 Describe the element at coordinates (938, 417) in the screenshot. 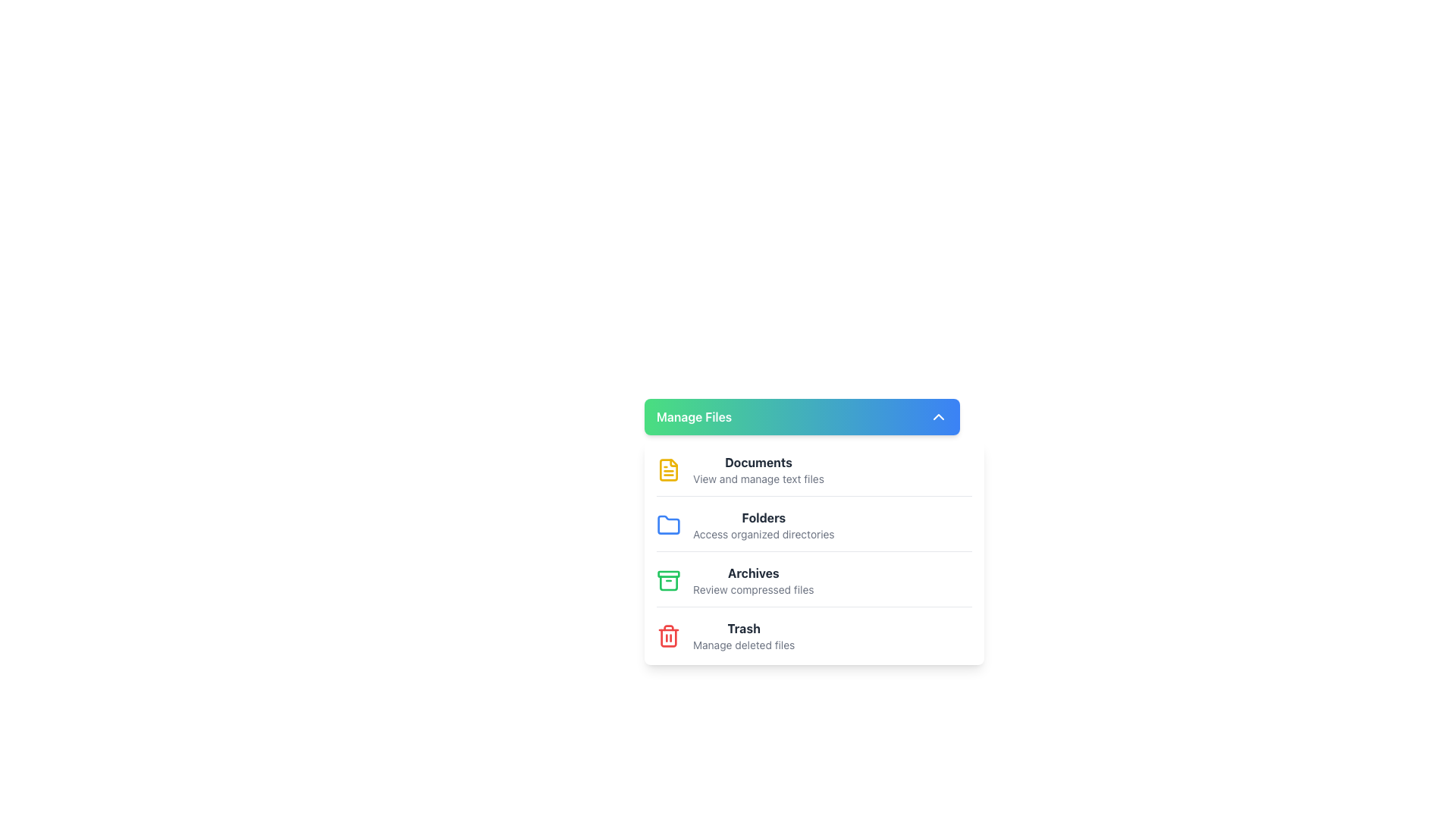

I see `the chevron icon located within the 'Manage Files' button` at that location.